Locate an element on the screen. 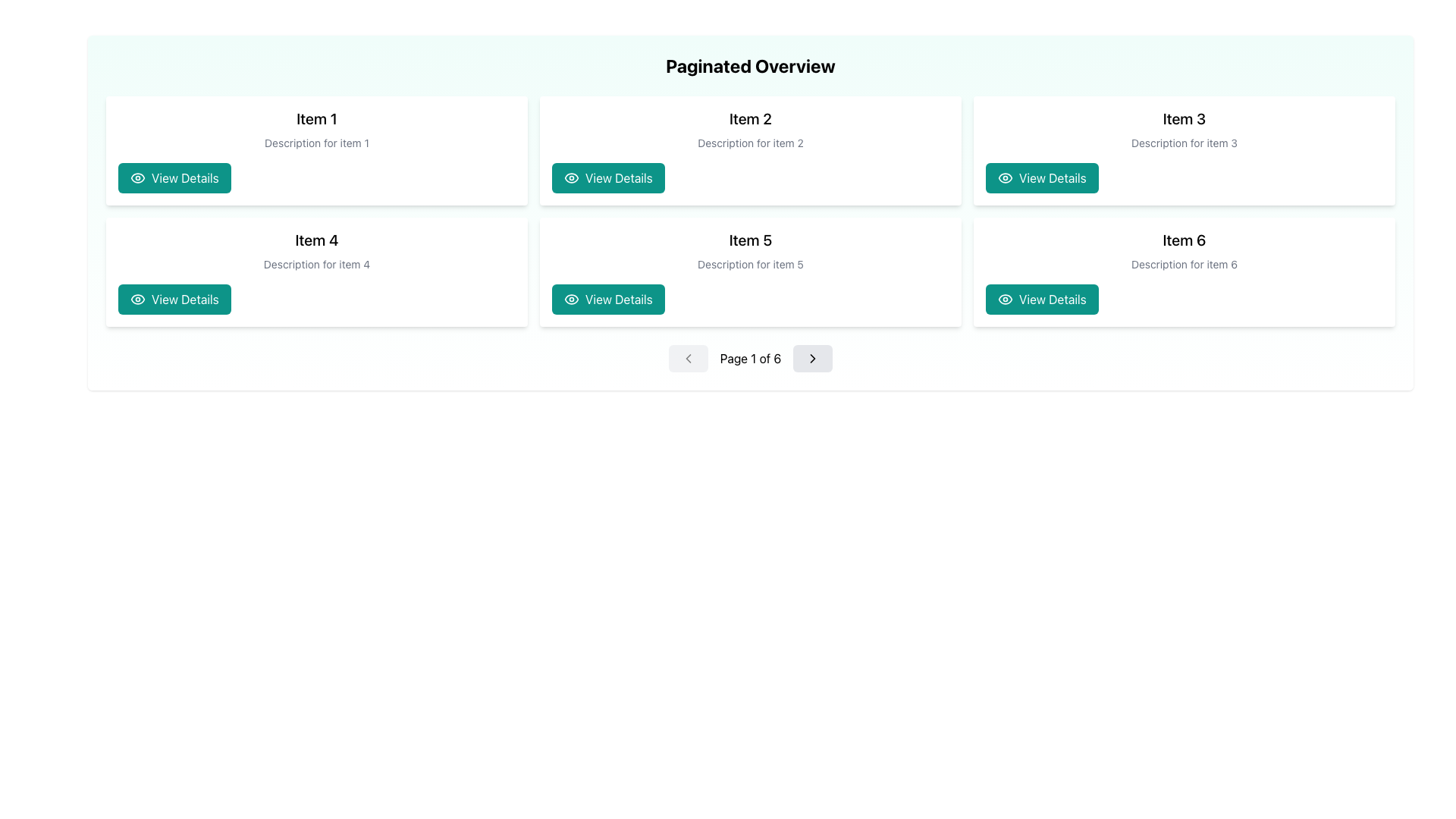 The width and height of the screenshot is (1456, 819). the 'View Details' text label styled as a button with white text on a teal background, located under the heading 'Item 4' in the leftmost column of the grid layout is located at coordinates (184, 299).